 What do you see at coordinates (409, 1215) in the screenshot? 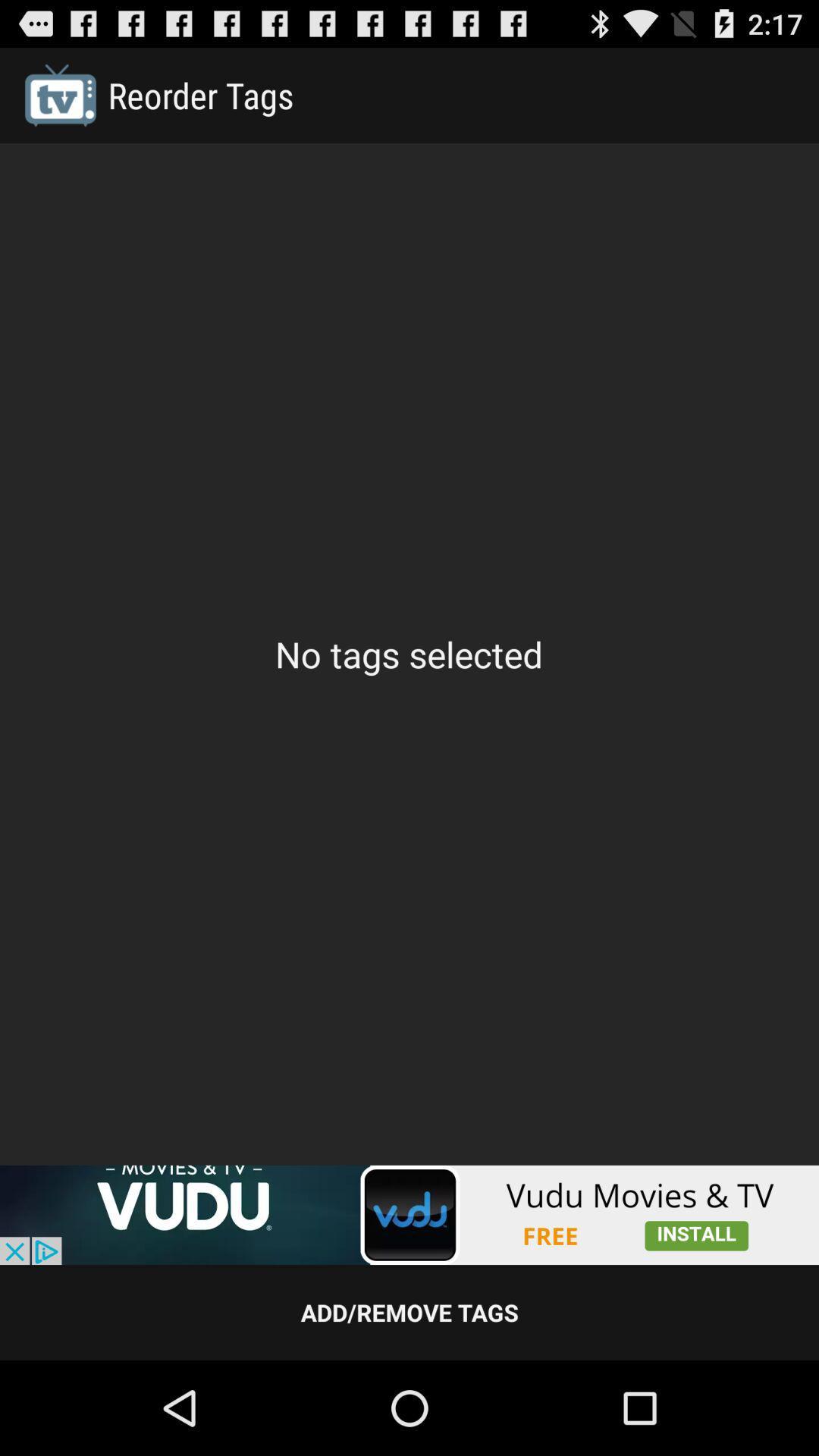
I see `advertisement` at bounding box center [409, 1215].